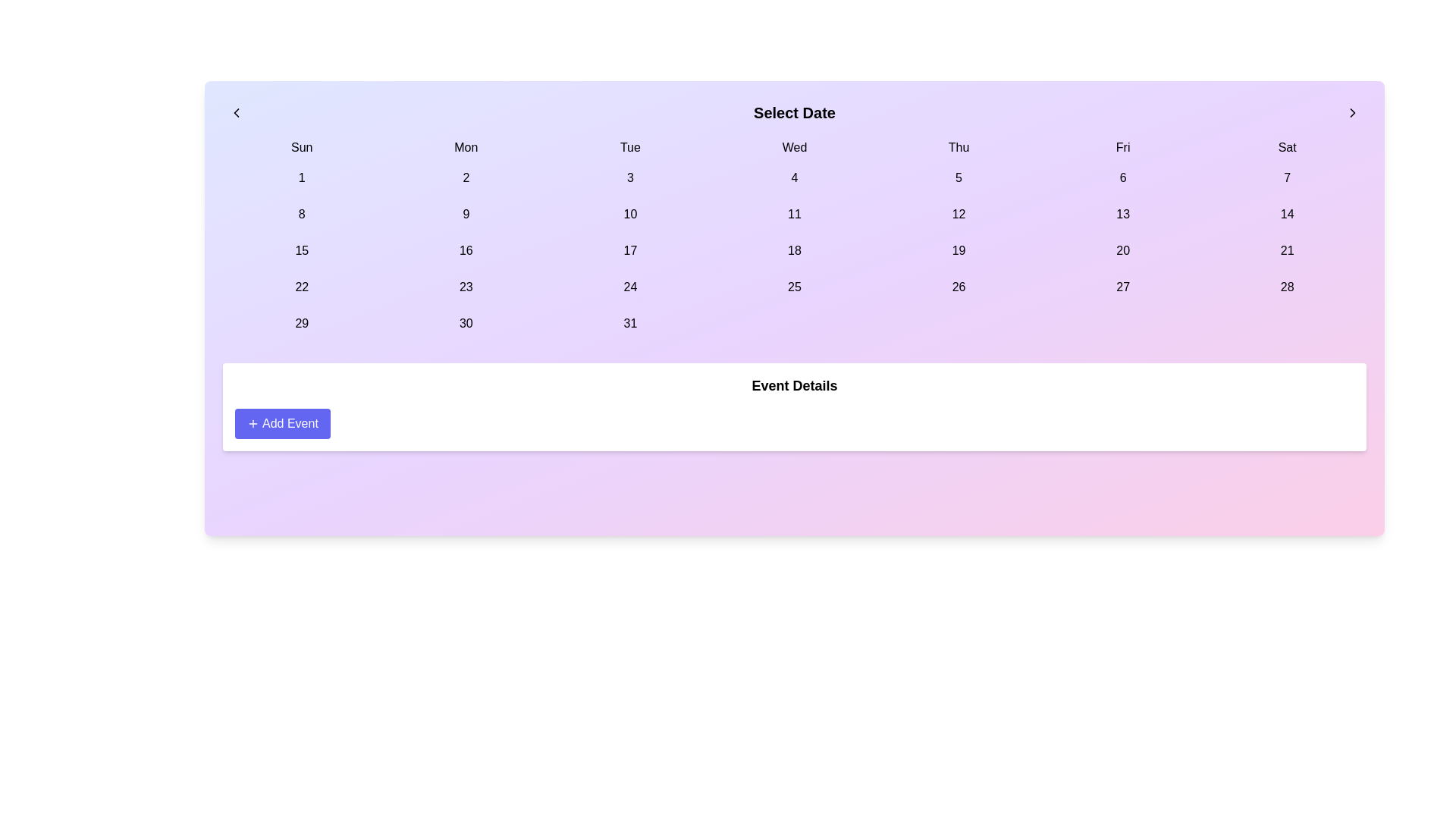  I want to click on the light purple button labeled '27' in the calendar grid interface located under the 'Fri' column header, so click(1123, 287).